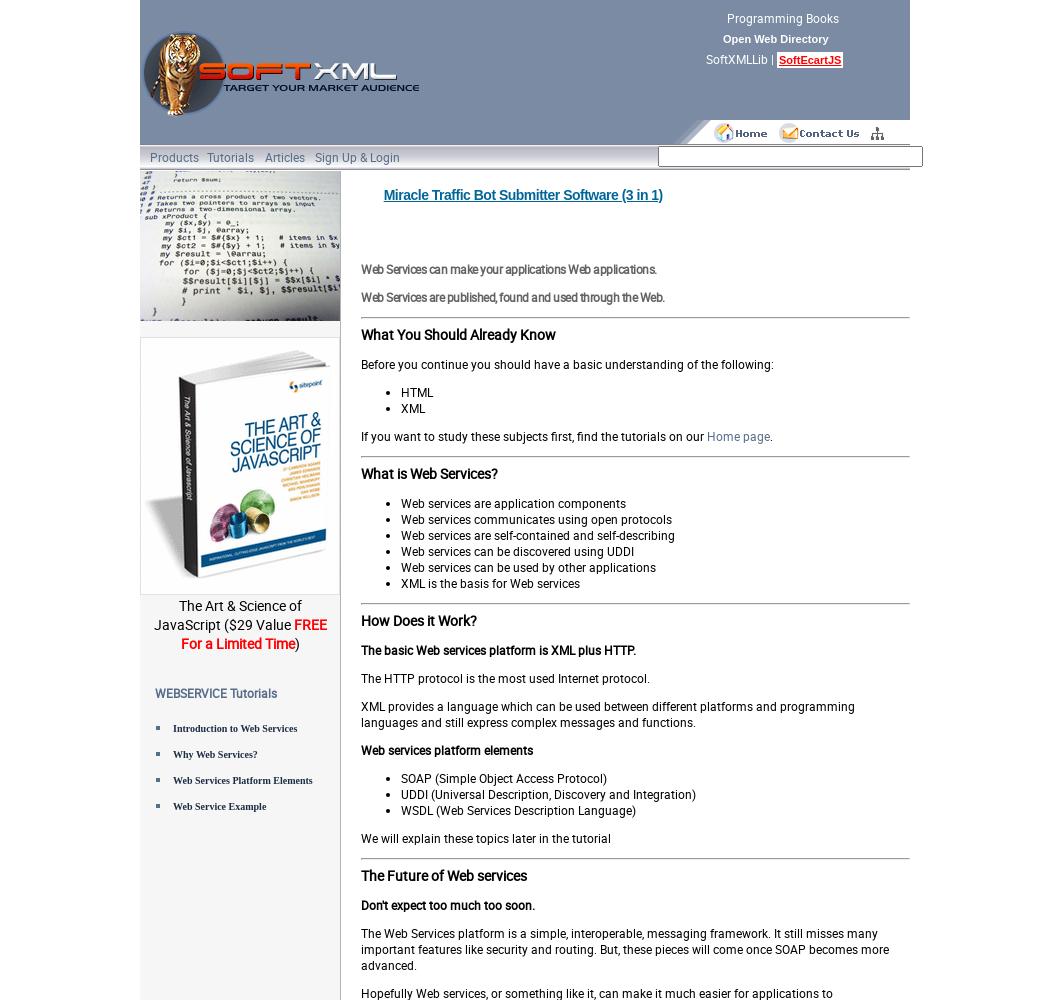  I want to click on 'Web services are self-contained and self-describing', so click(538, 535).